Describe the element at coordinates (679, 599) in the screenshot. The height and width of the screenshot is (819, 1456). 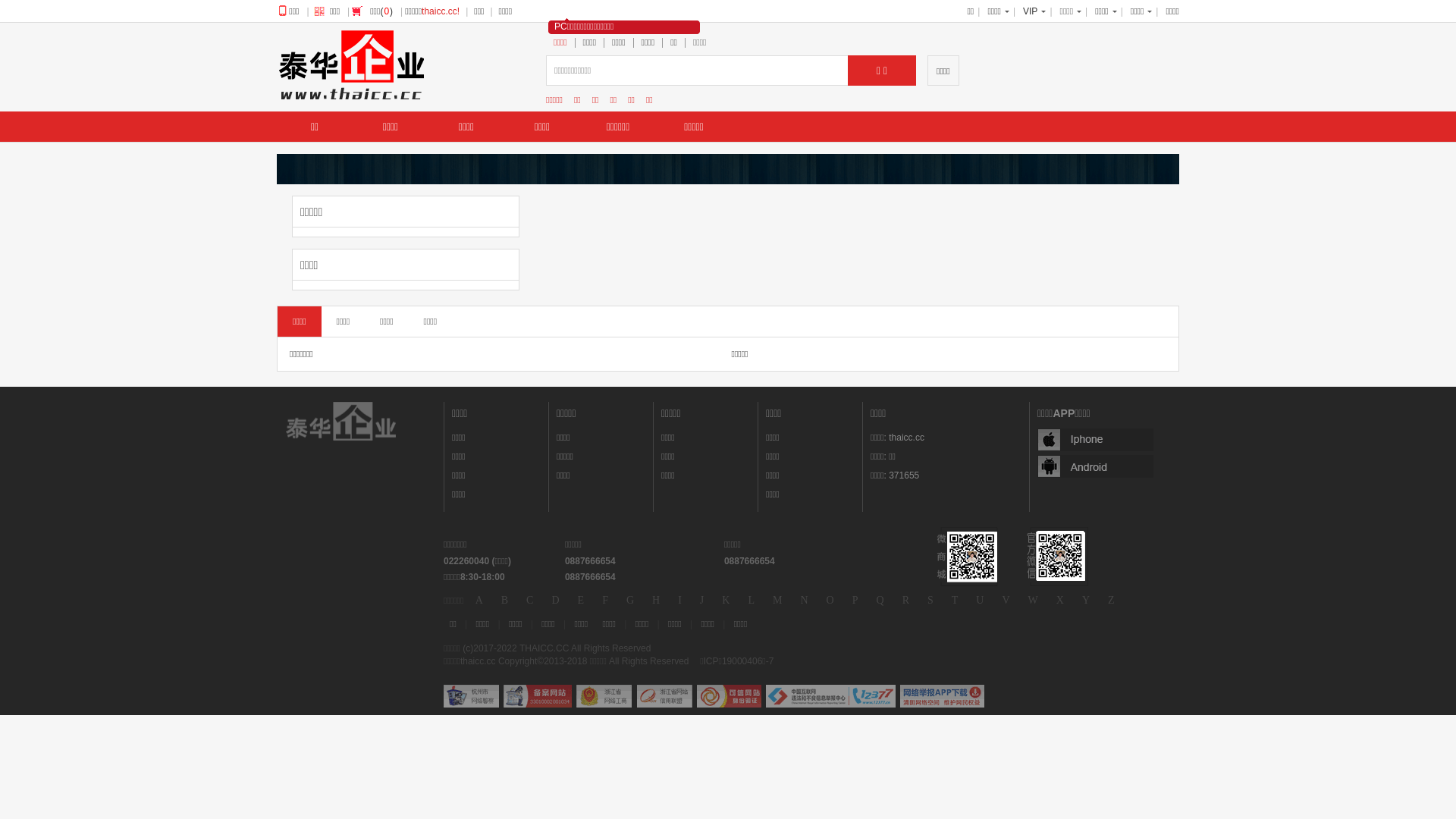
I see `'I'` at that location.